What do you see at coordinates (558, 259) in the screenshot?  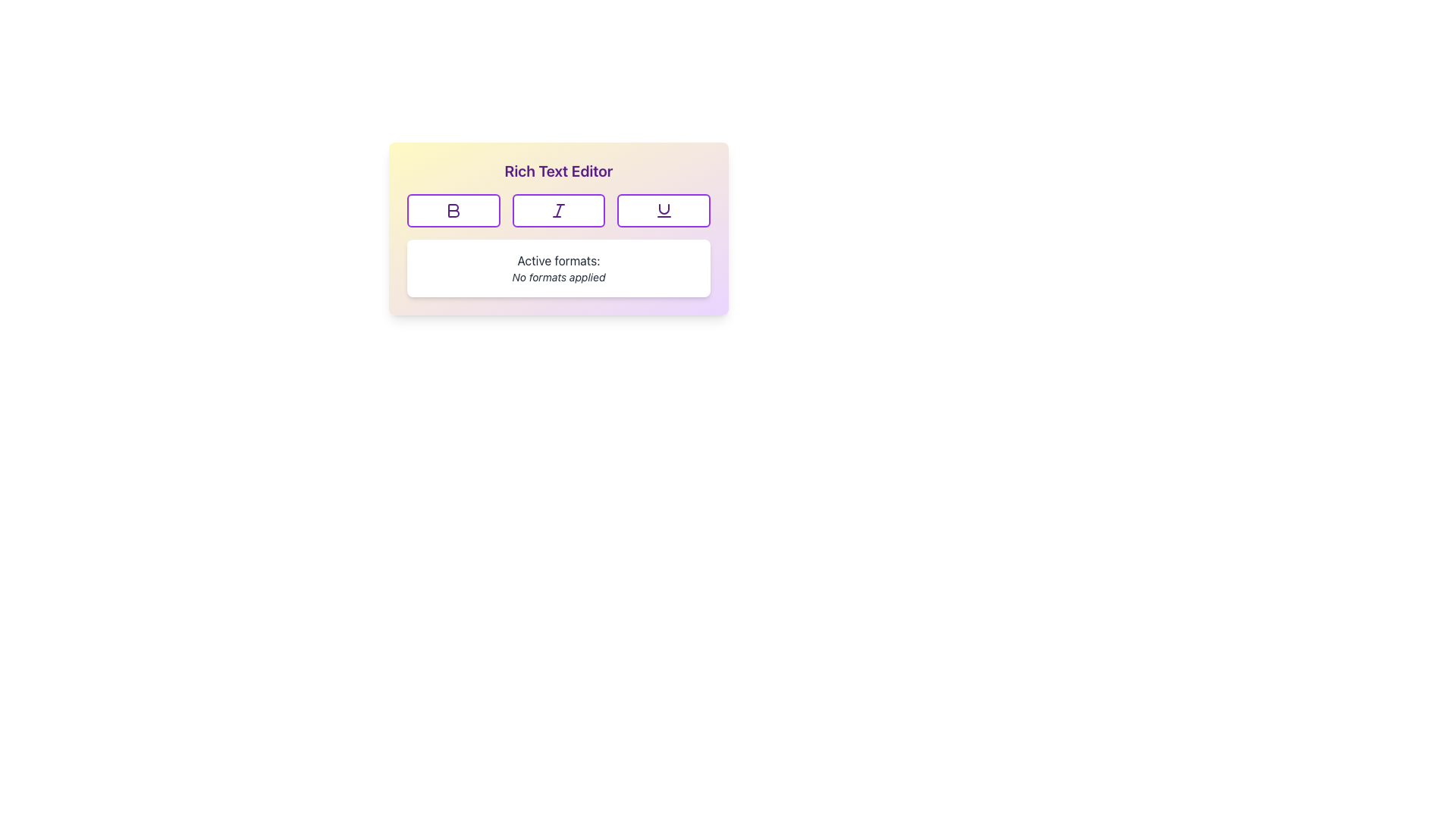 I see `the static text label located above the 'No formats applied' text, which provides a description for the formats listed below it` at bounding box center [558, 259].